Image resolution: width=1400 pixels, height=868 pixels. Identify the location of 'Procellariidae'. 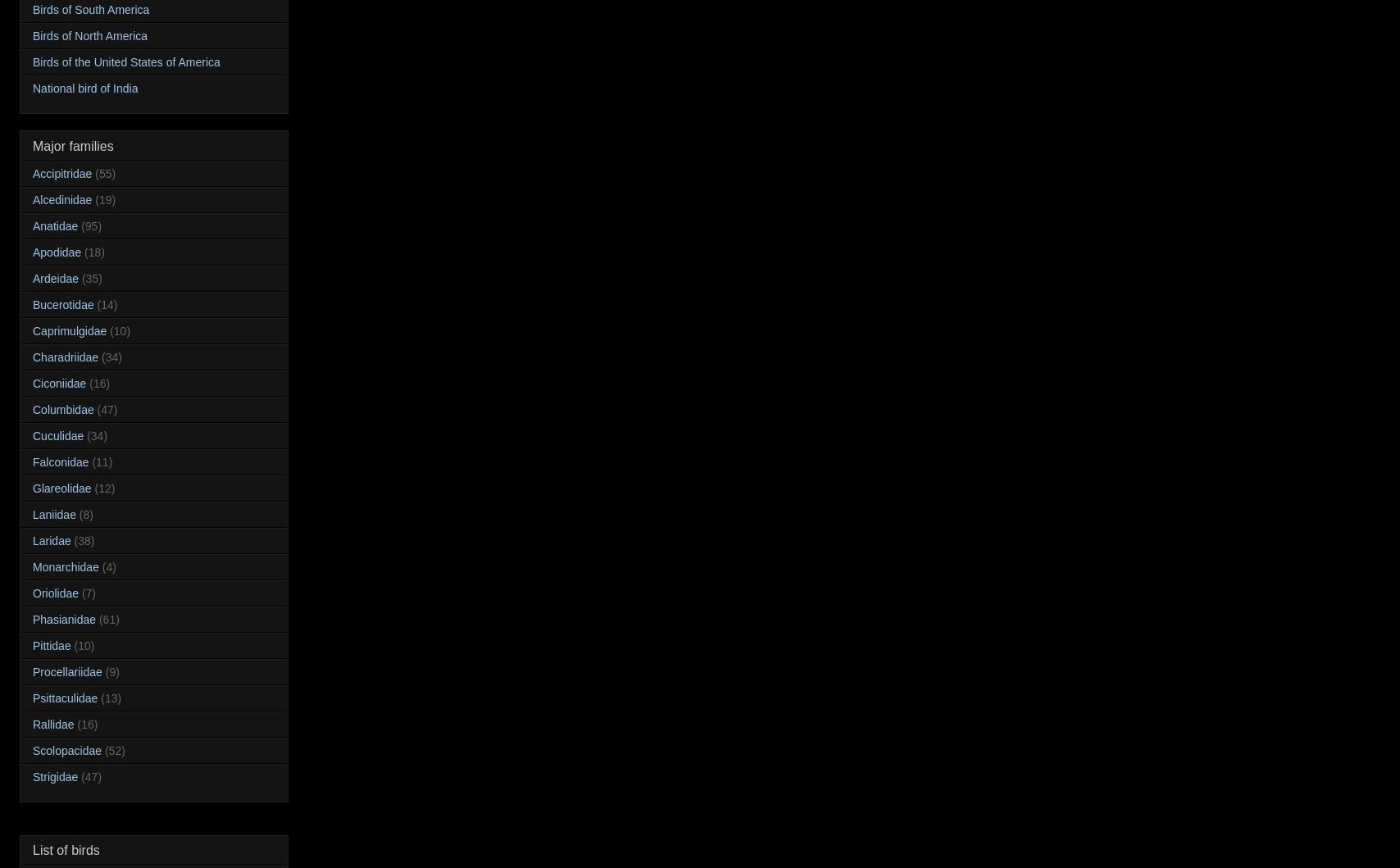
(66, 670).